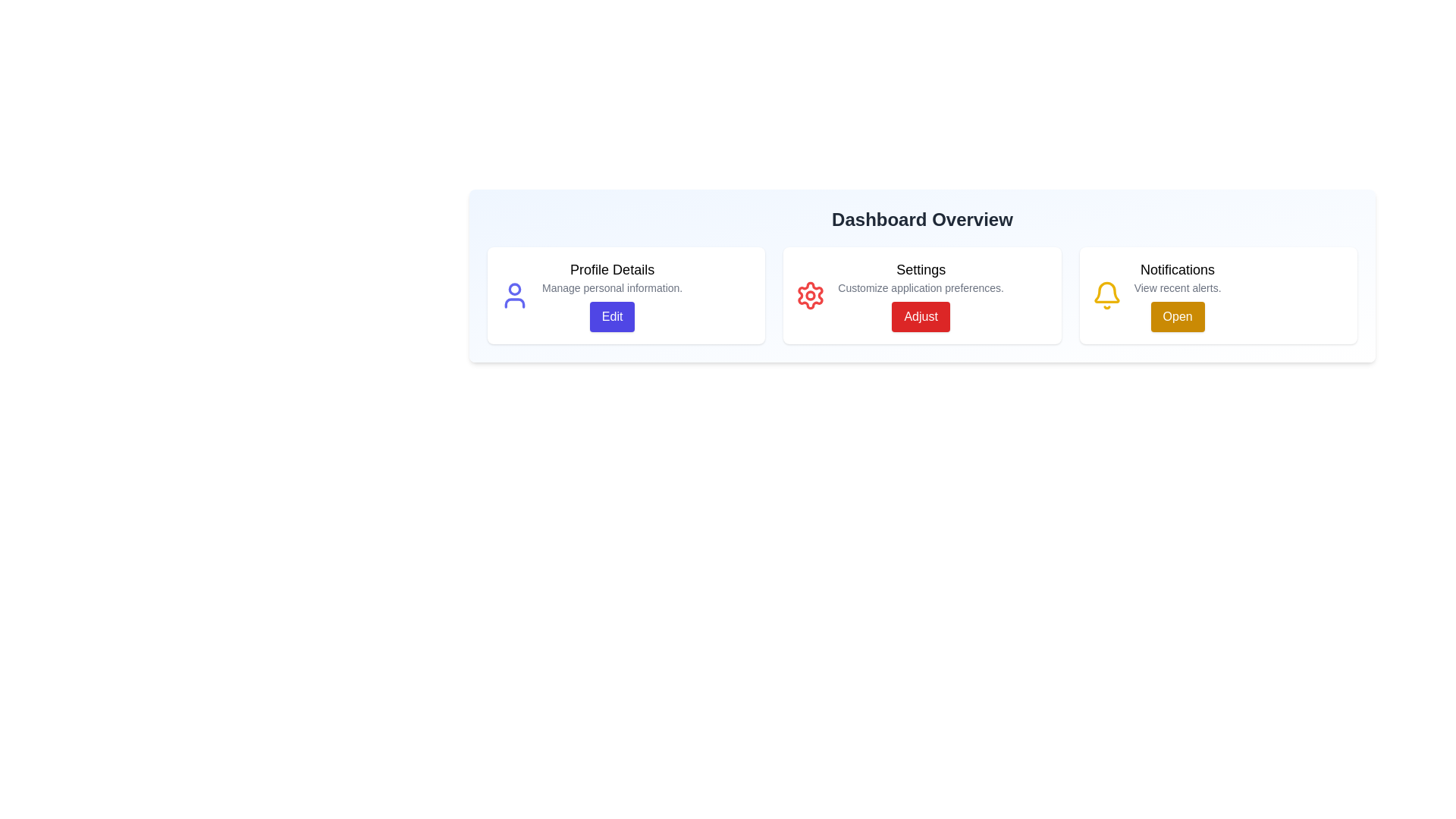 The height and width of the screenshot is (819, 1456). What do you see at coordinates (810, 295) in the screenshot?
I see `the circular feature within the cogwheel icon that symbolizes settings, located in the center of the dashboard's settings card` at bounding box center [810, 295].